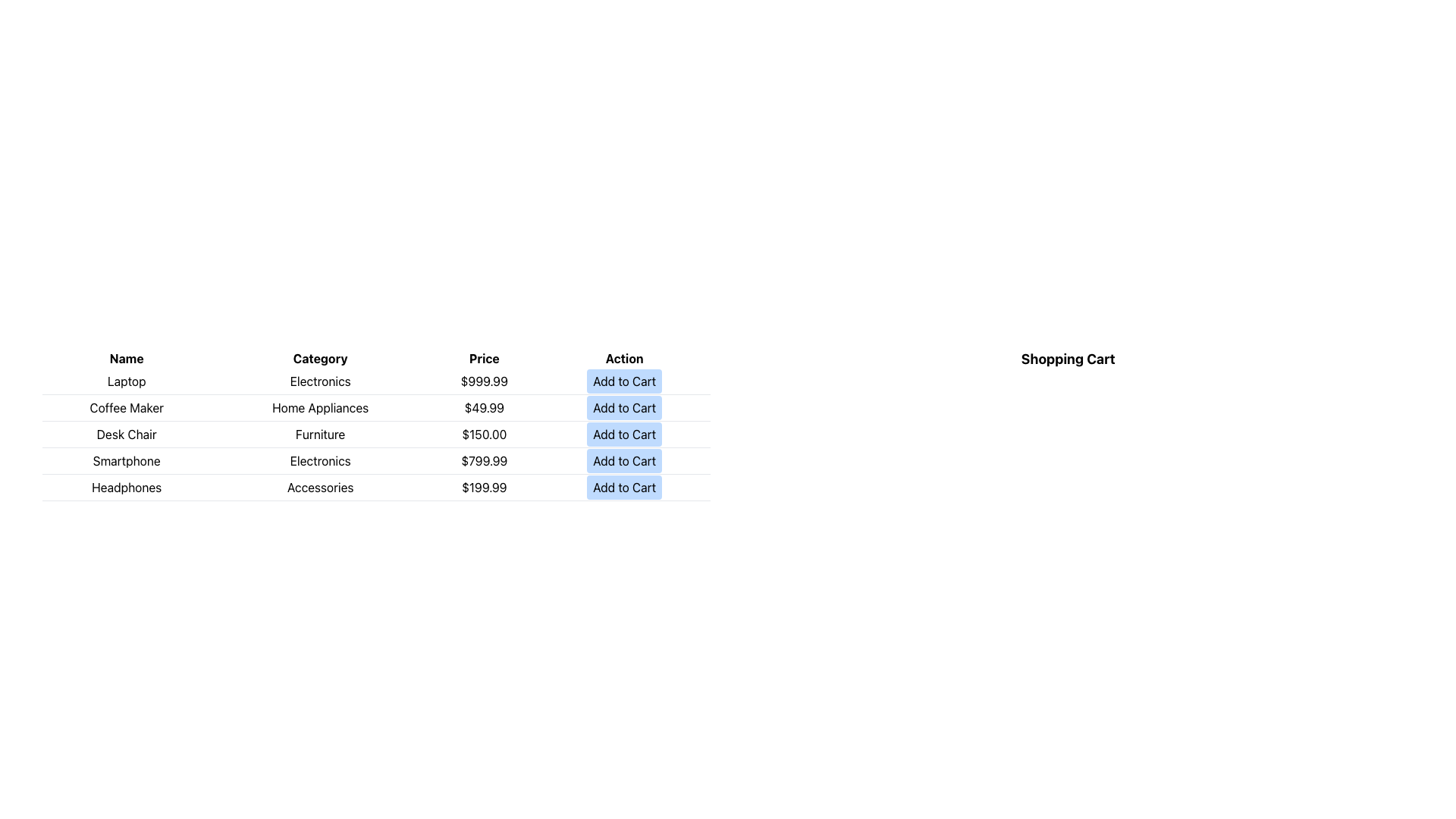 Image resolution: width=1456 pixels, height=819 pixels. Describe the element at coordinates (127, 381) in the screenshot. I see `the 'Laptop' text label in the first row under the 'Name' column of the table` at that location.